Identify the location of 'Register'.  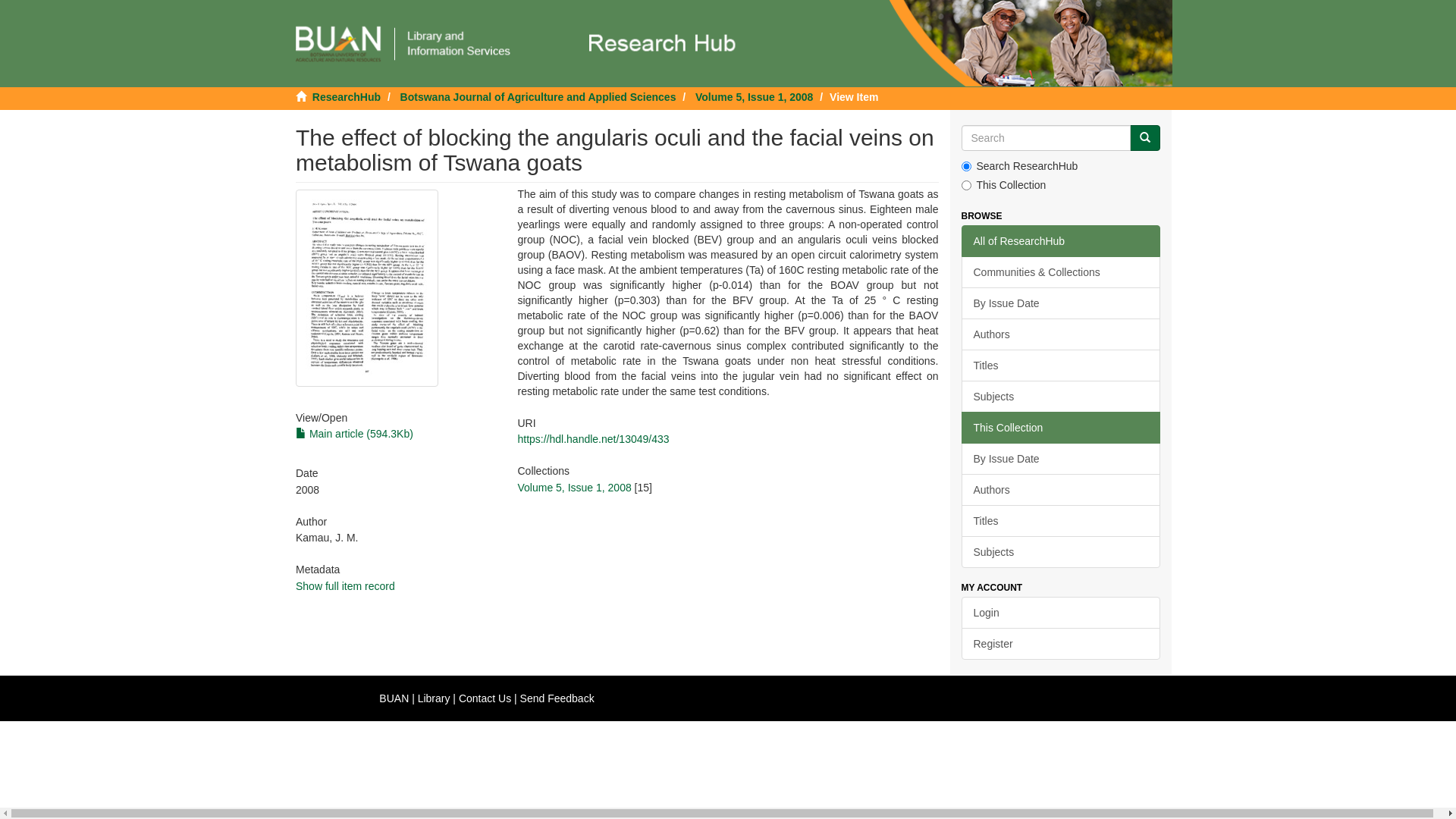
(1060, 643).